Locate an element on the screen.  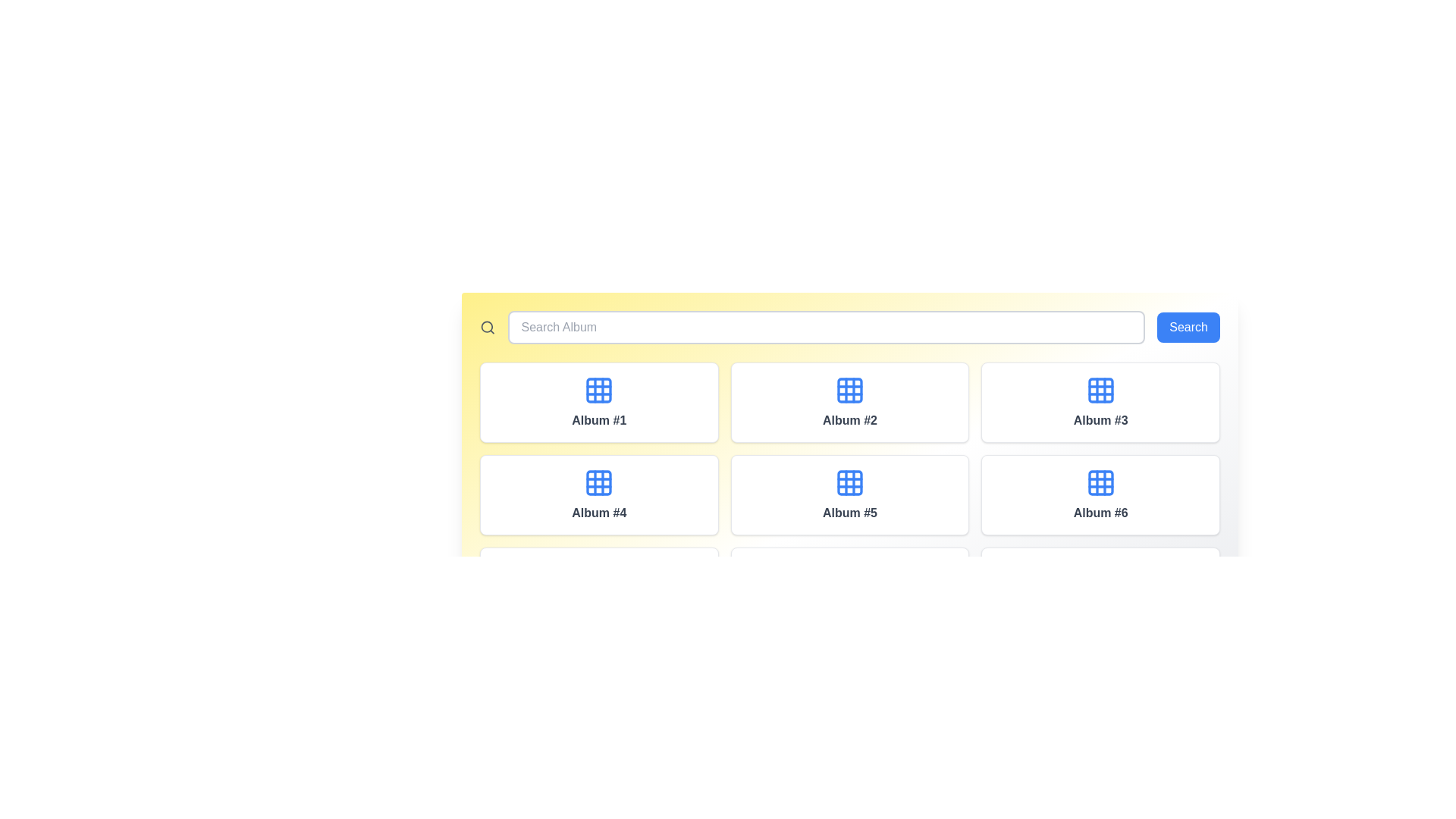
the album icon located at the top-center section of the 'Album #6' card, directly above the text label 'Album #6' is located at coordinates (1100, 482).